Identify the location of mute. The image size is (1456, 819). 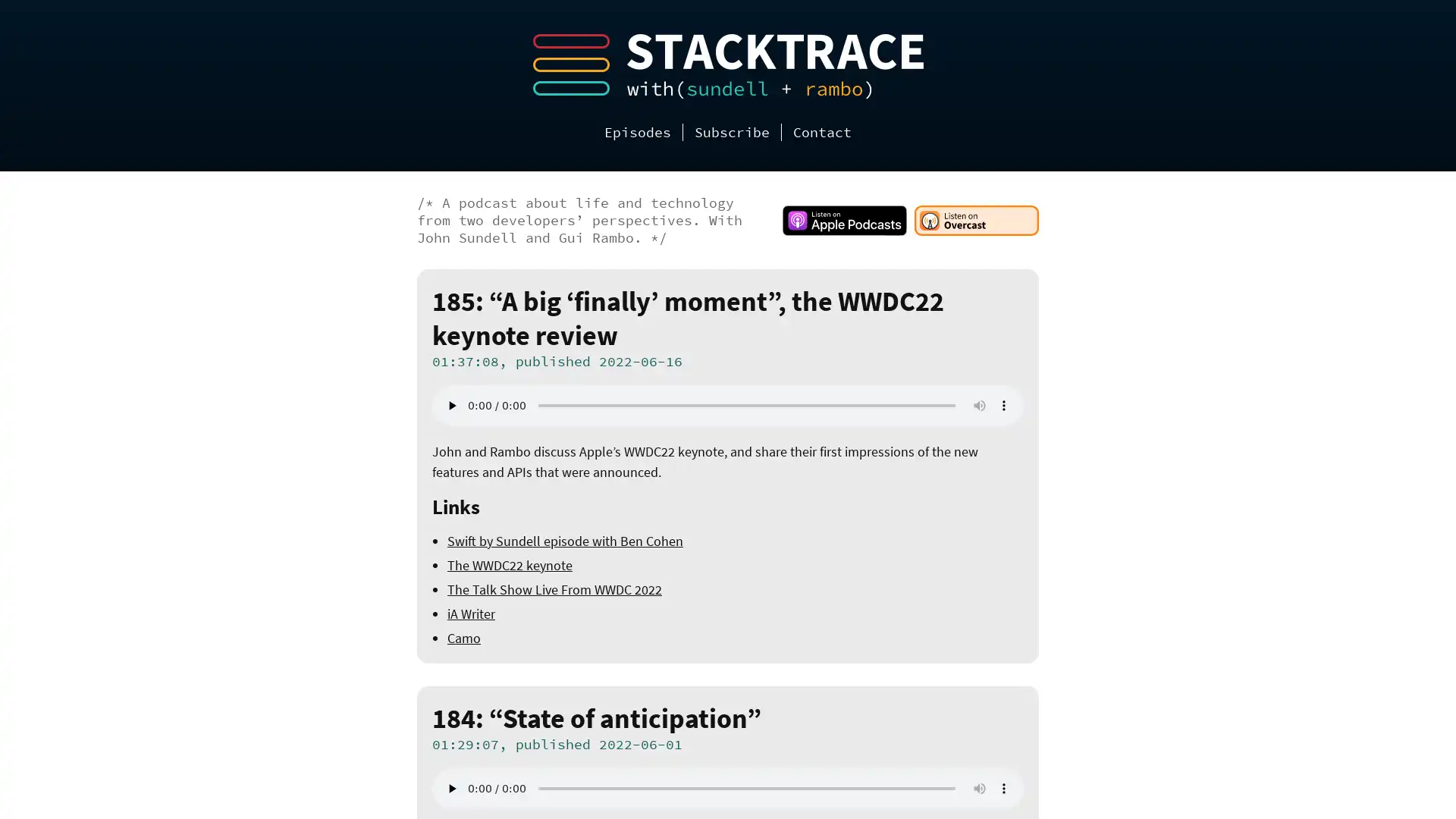
(979, 788).